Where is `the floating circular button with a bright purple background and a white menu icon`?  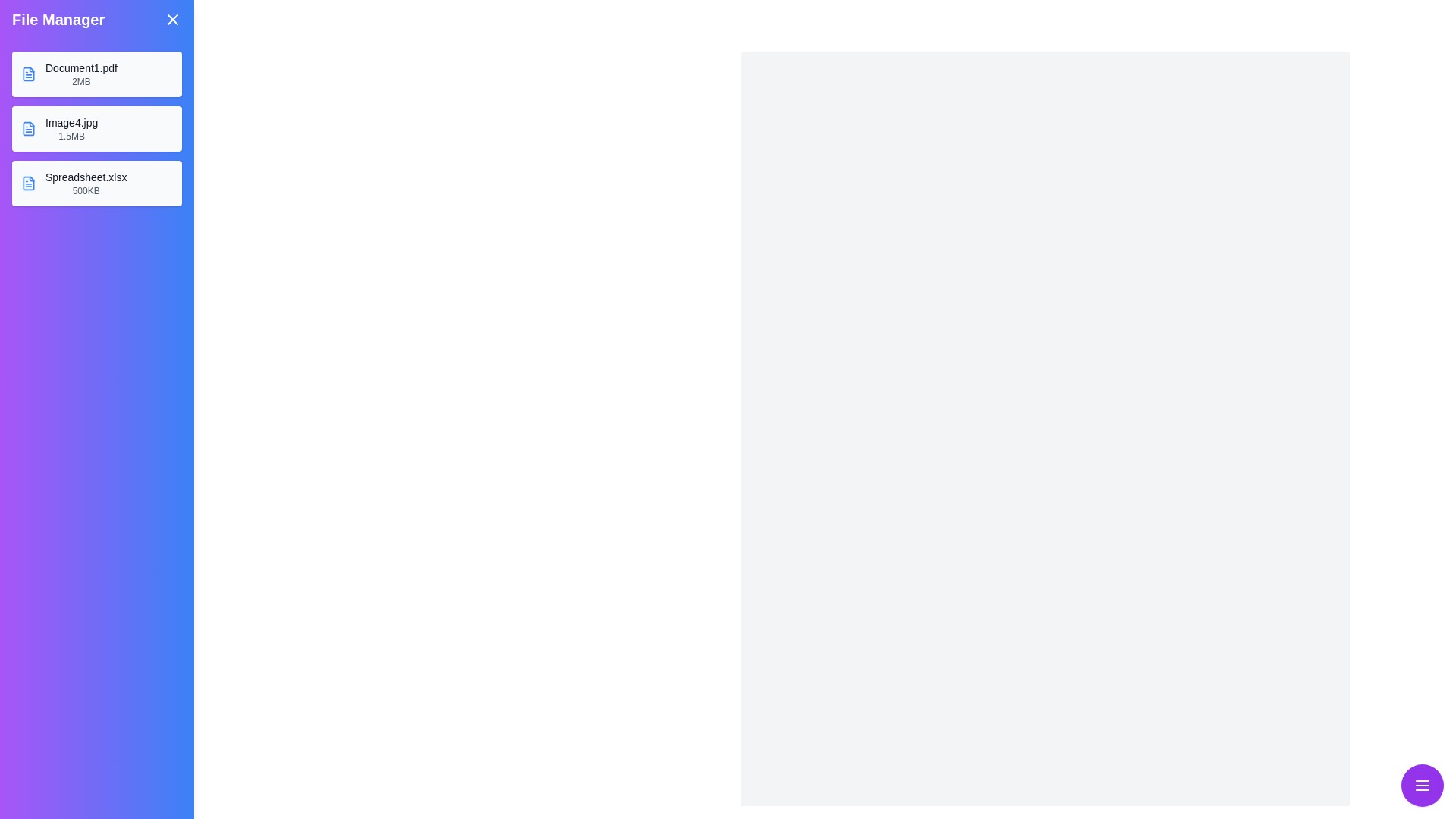
the floating circular button with a bright purple background and a white menu icon is located at coordinates (1422, 785).